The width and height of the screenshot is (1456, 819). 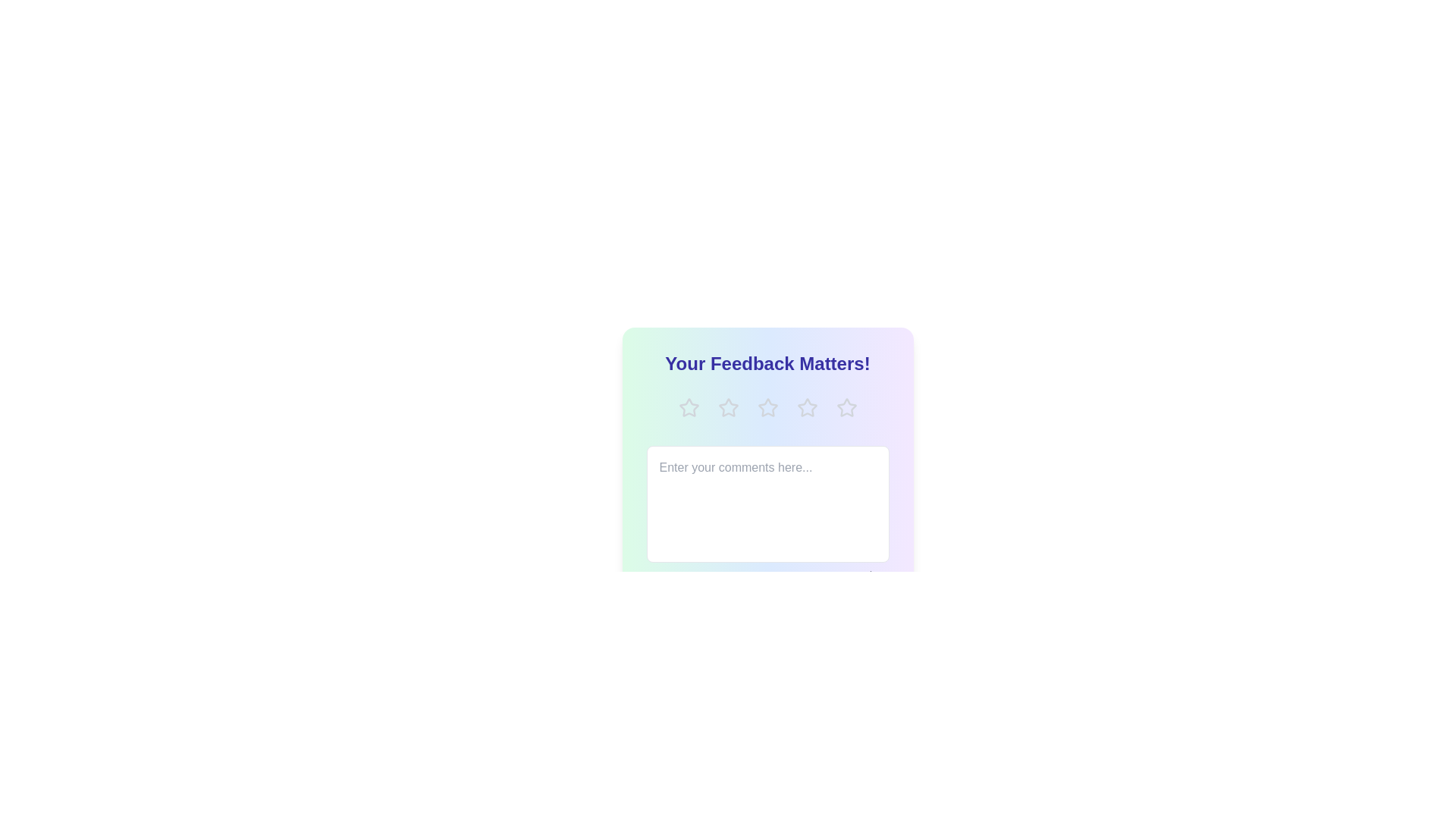 I want to click on the rating to 2 stars by clicking on the corresponding star, so click(x=728, y=406).